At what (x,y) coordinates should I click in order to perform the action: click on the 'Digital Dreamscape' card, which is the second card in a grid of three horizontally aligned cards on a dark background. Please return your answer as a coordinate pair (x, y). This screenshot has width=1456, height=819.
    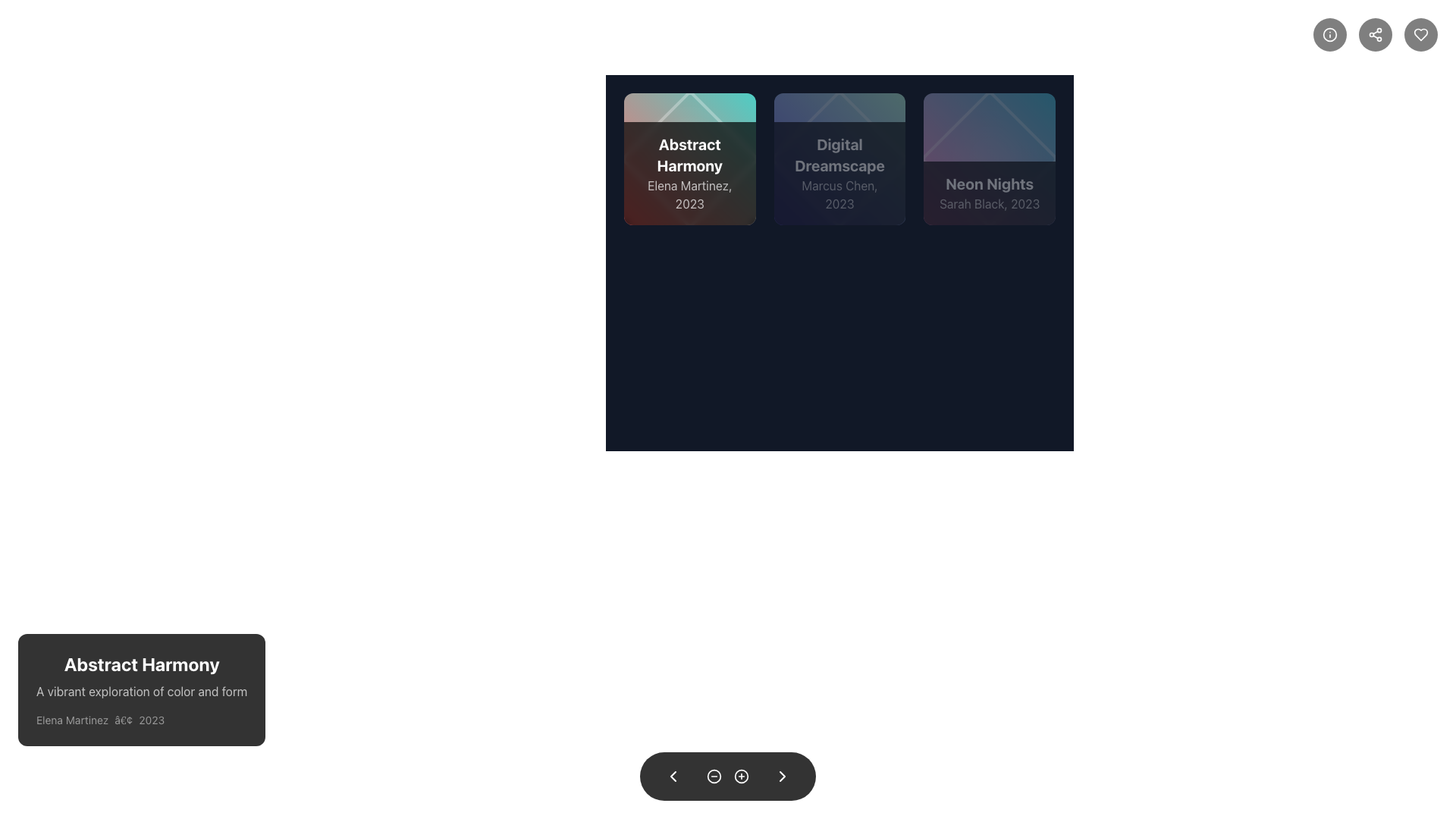
    Looking at the image, I should click on (839, 158).